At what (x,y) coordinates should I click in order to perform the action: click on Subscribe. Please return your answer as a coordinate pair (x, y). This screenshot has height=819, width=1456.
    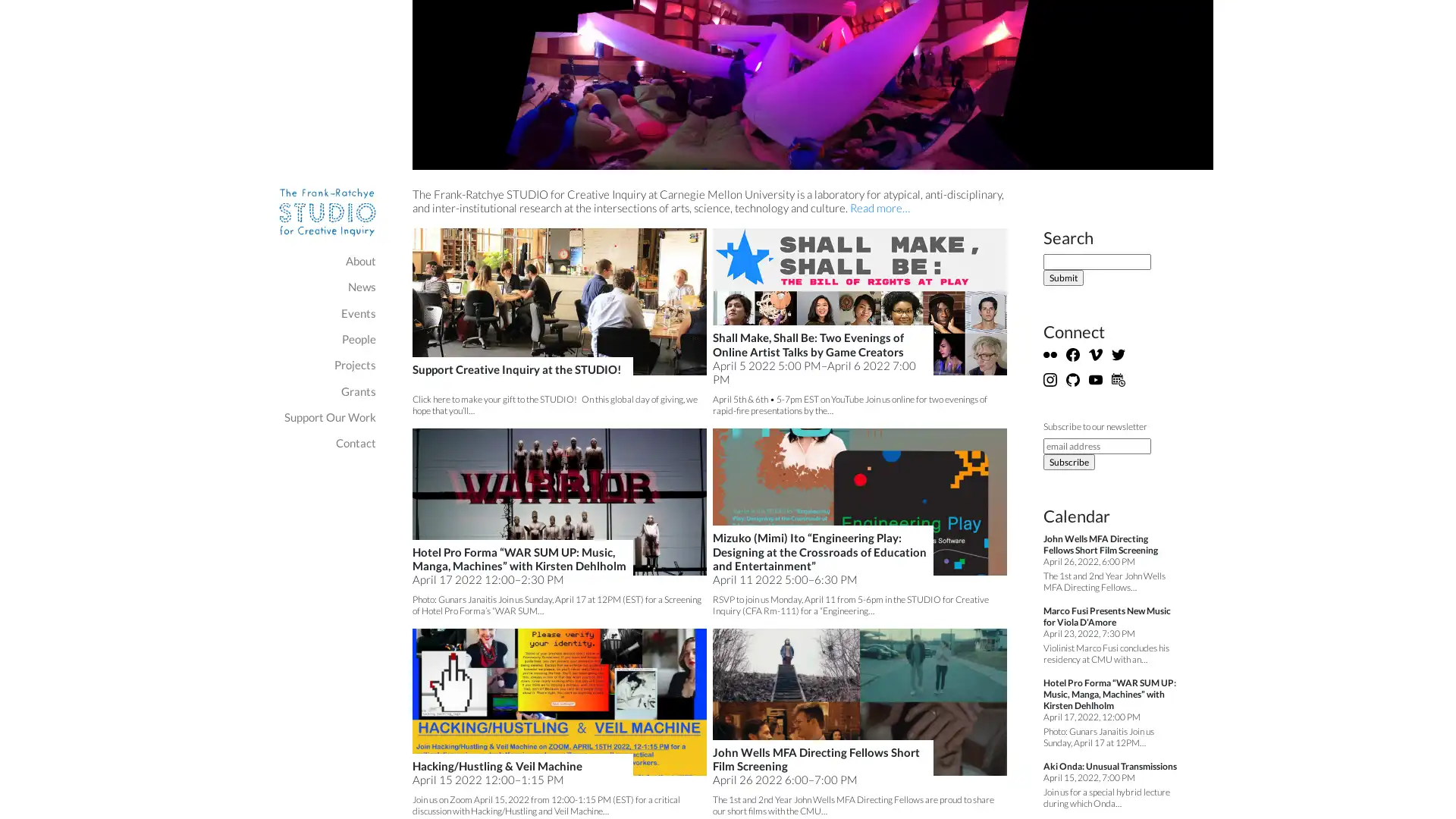
    Looking at the image, I should click on (1068, 461).